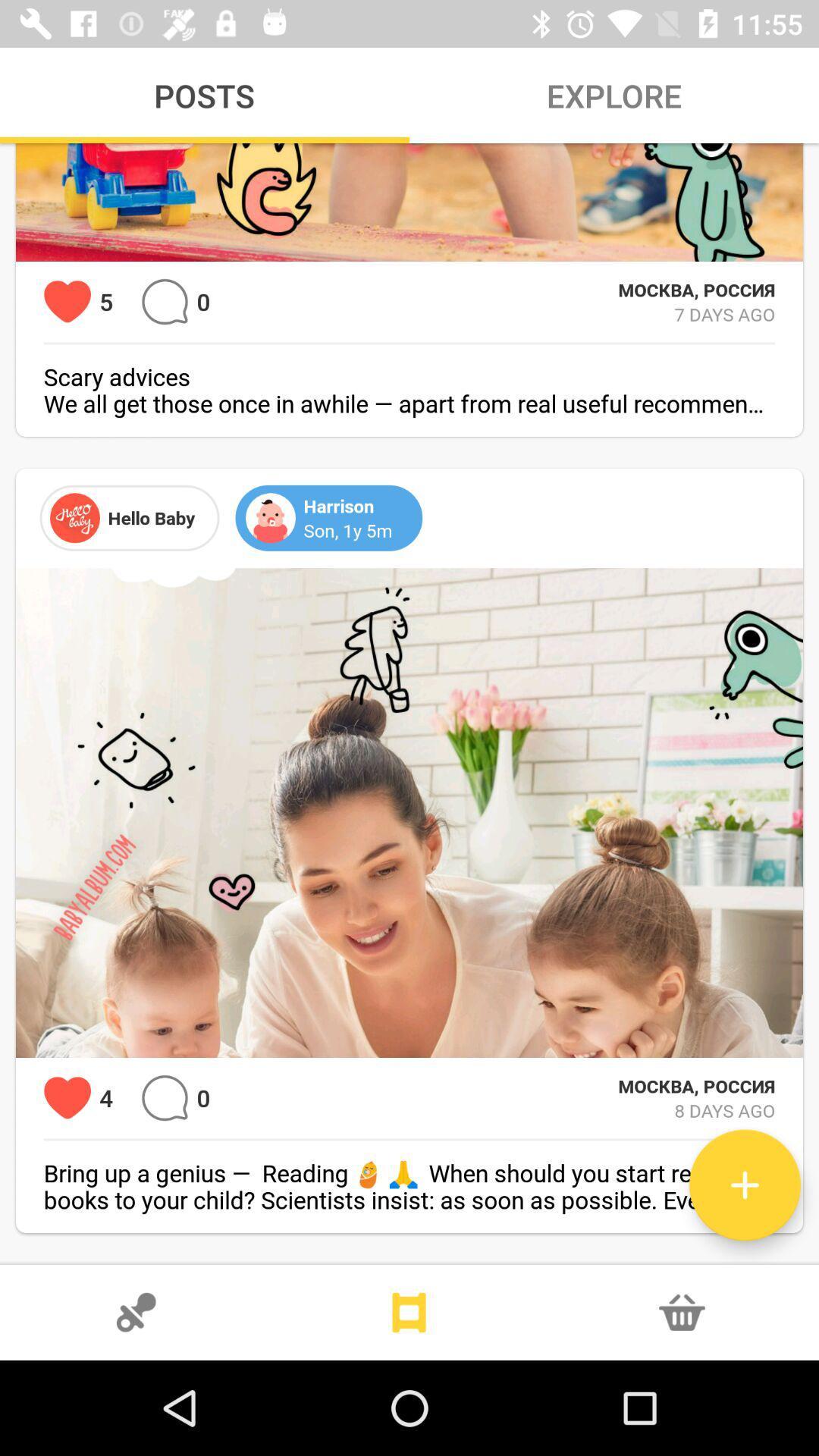 The width and height of the screenshot is (819, 1456). I want to click on heart this photo, so click(67, 1098).